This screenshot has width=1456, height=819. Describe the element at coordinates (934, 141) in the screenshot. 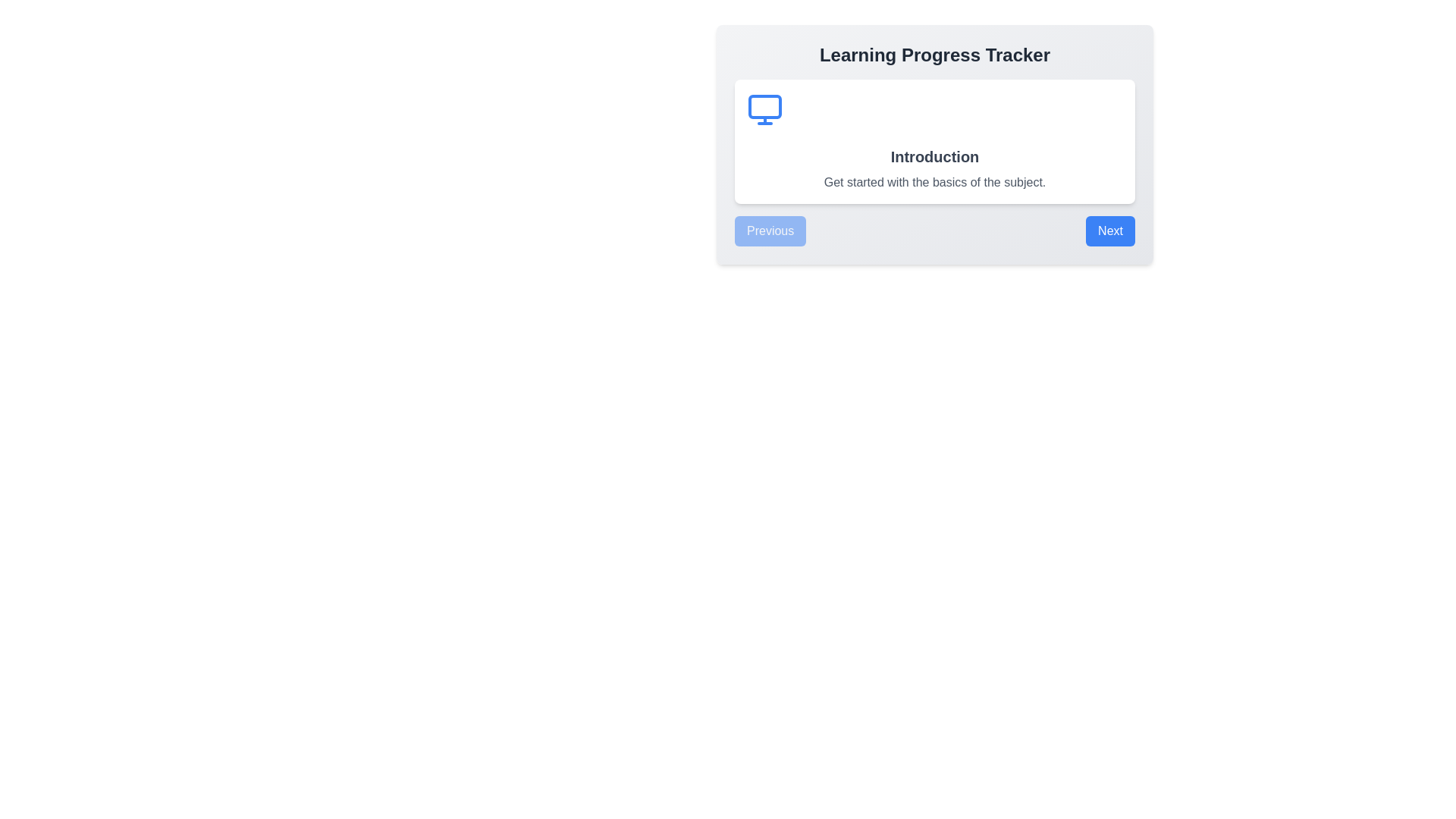

I see `information contained within the informational card located centrally beneath the 'Learning Progress Tracker' title` at that location.